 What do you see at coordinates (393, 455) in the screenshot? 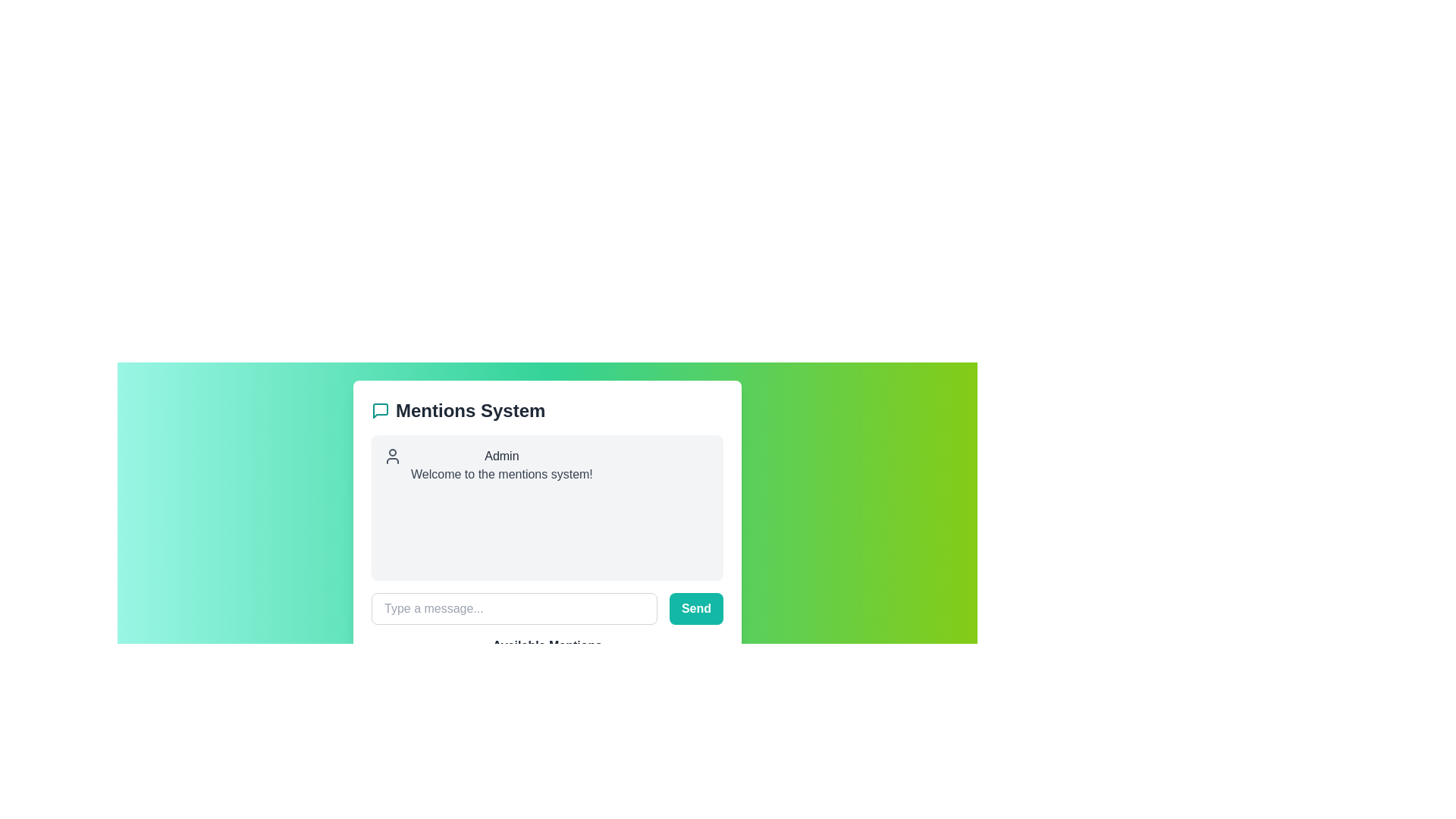
I see `the user icon, which is a minimalistic gray circular head with shoulders, located to the left of the text 'Admin' in the header section of the card-like component` at bounding box center [393, 455].